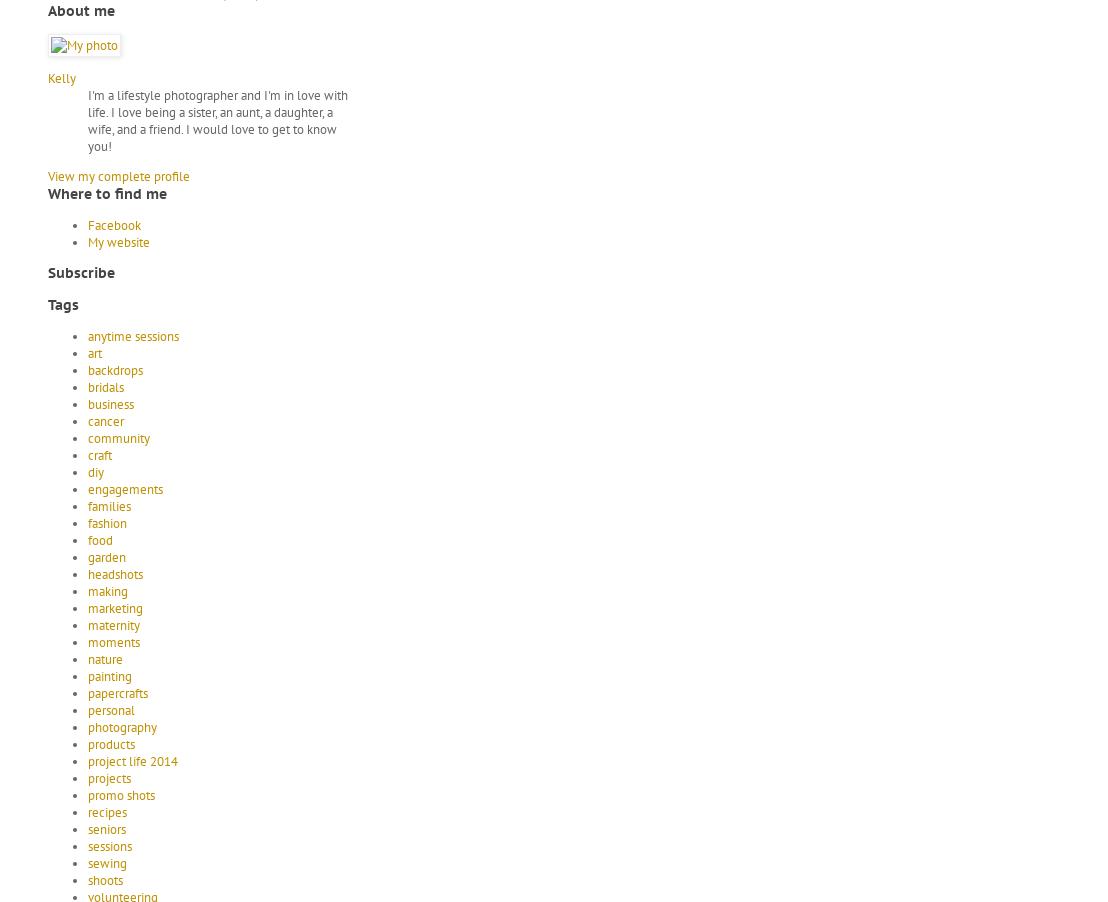 This screenshot has height=902, width=1108. I want to click on 'business', so click(111, 403).